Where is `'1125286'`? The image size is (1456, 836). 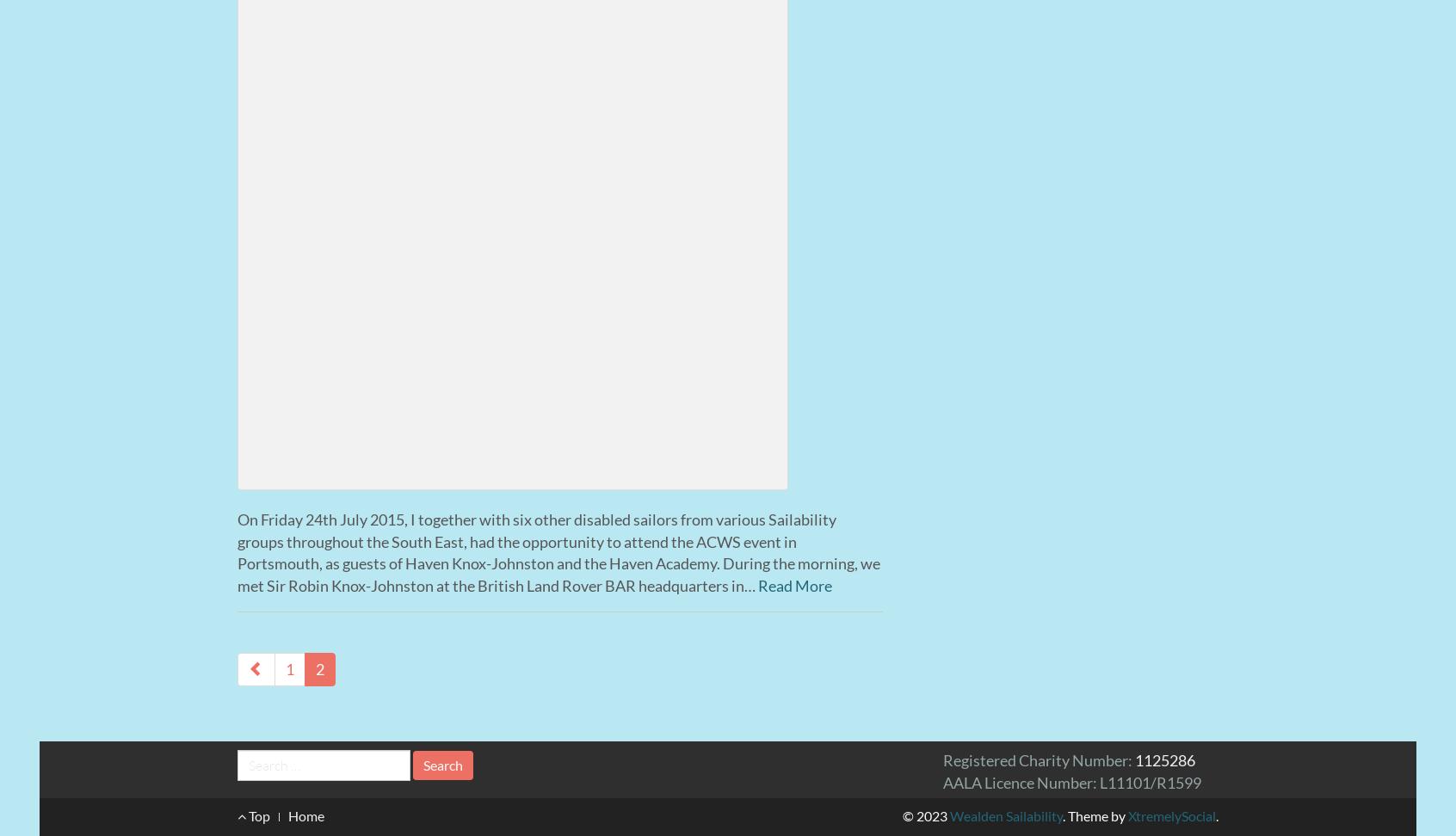
'1125286' is located at coordinates (1164, 760).